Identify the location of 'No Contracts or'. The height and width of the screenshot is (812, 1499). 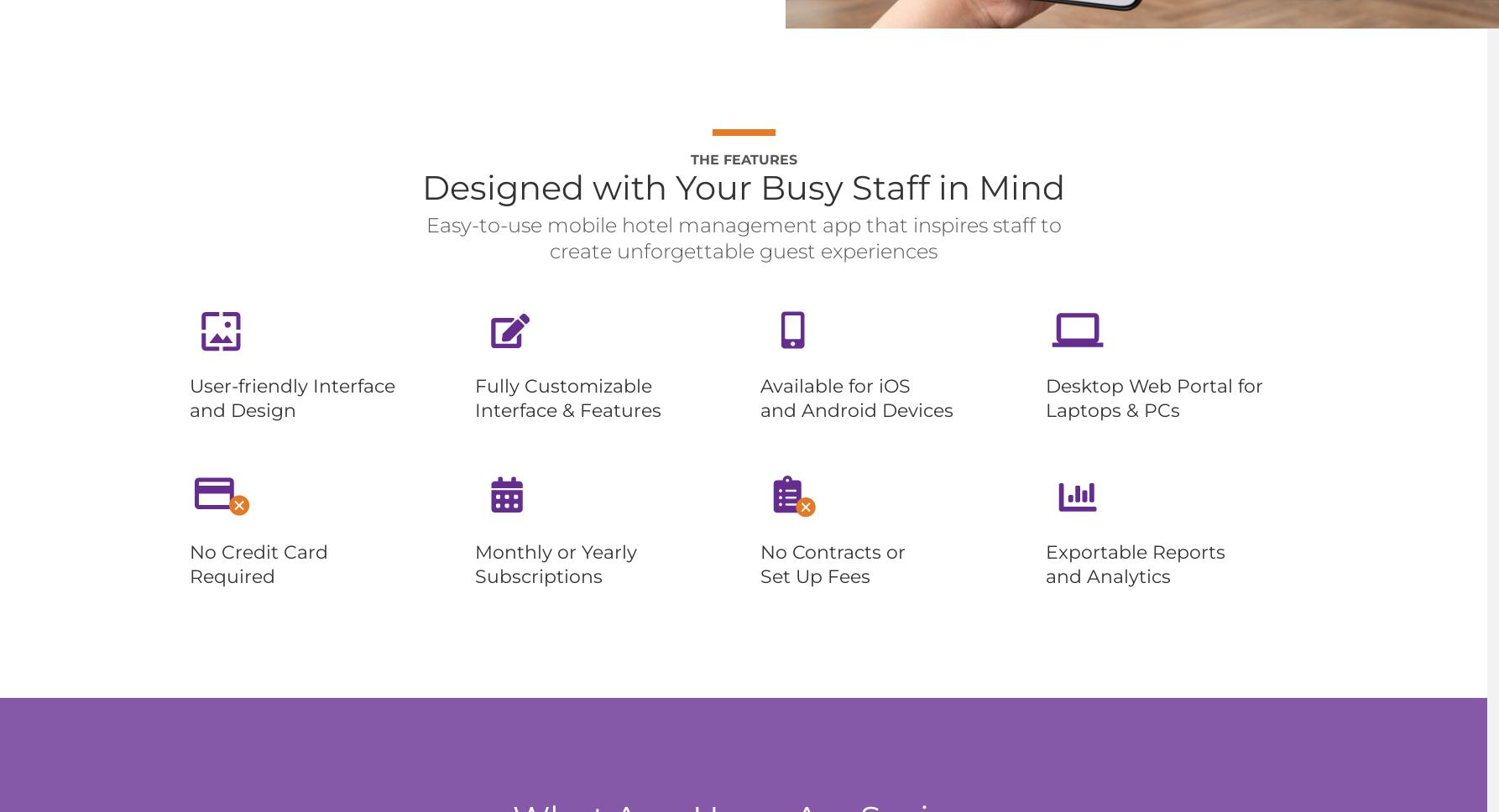
(833, 552).